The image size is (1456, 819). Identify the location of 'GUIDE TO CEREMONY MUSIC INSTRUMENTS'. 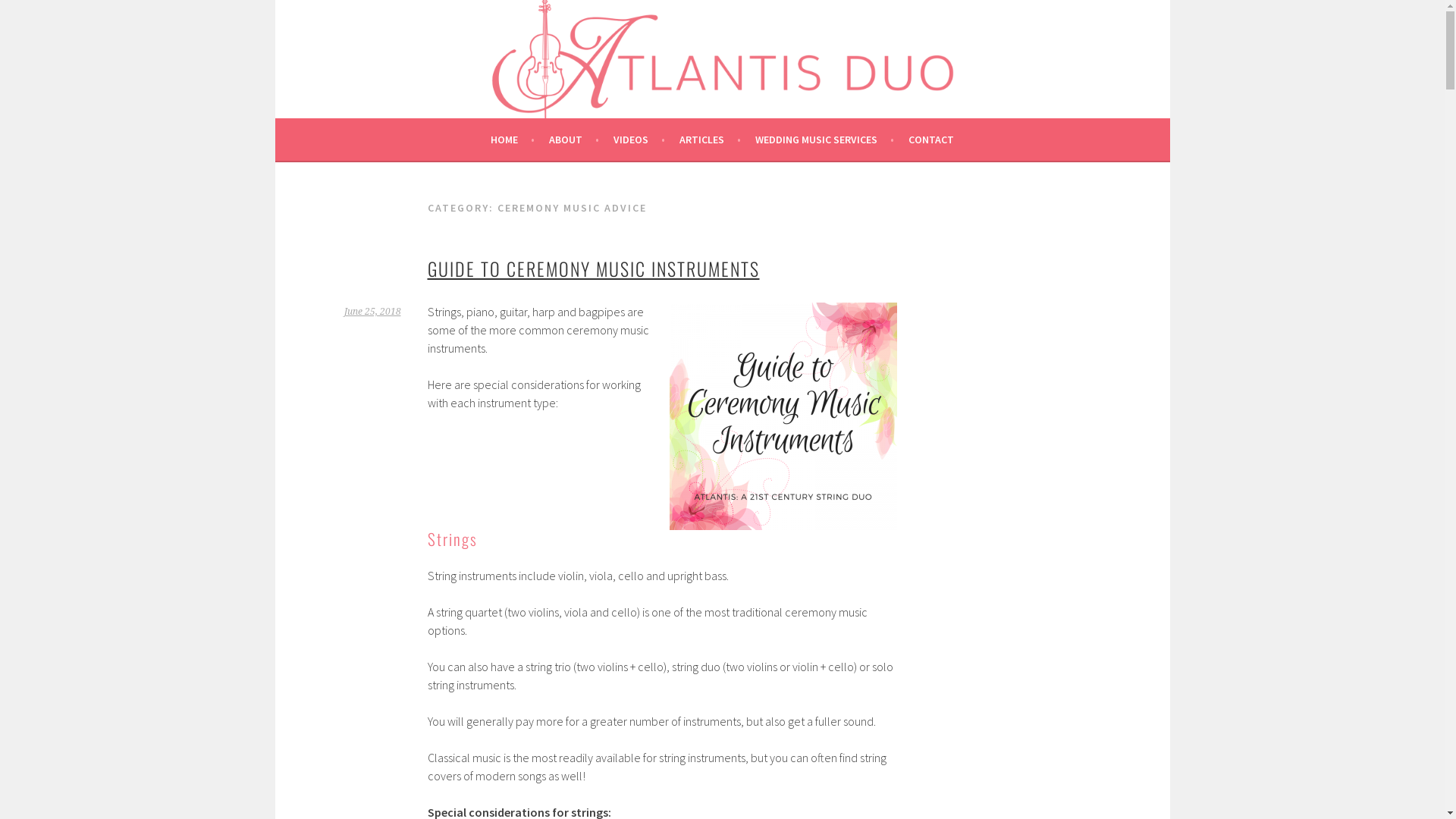
(592, 268).